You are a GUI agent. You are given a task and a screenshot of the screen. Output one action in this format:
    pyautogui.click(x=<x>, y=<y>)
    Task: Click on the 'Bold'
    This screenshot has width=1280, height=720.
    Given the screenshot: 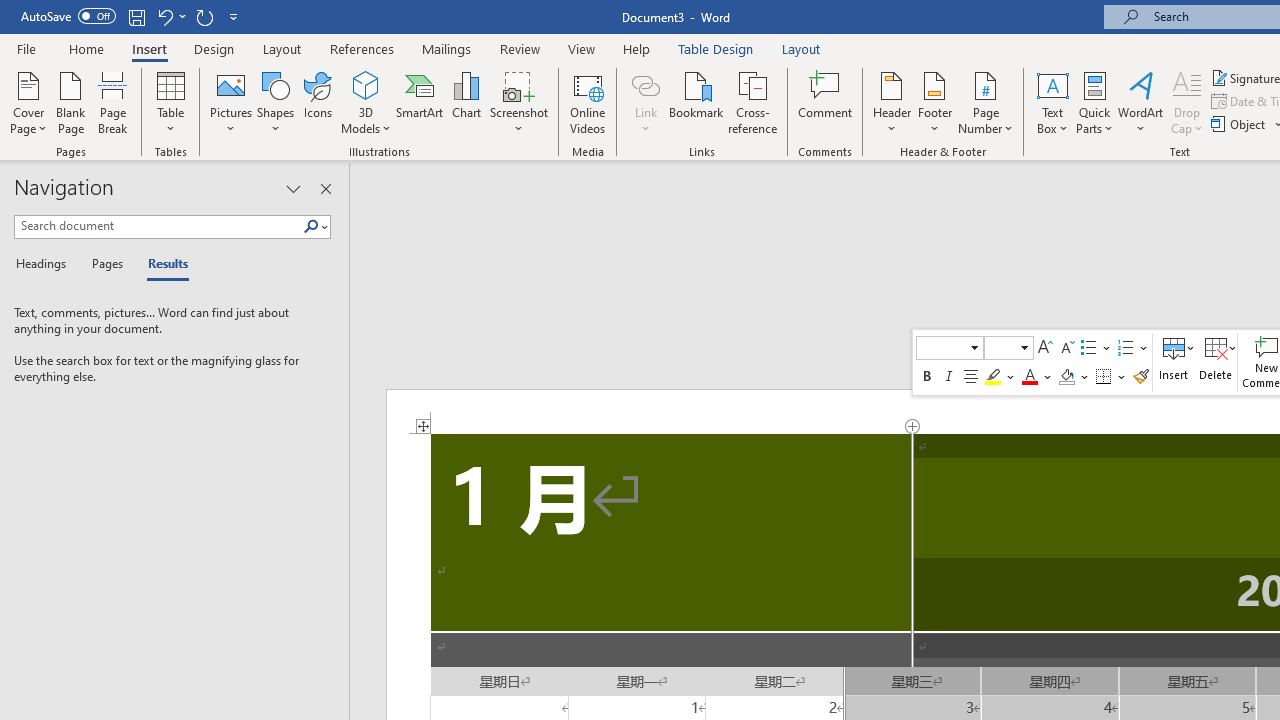 What is the action you would take?
    pyautogui.click(x=926, y=376)
    